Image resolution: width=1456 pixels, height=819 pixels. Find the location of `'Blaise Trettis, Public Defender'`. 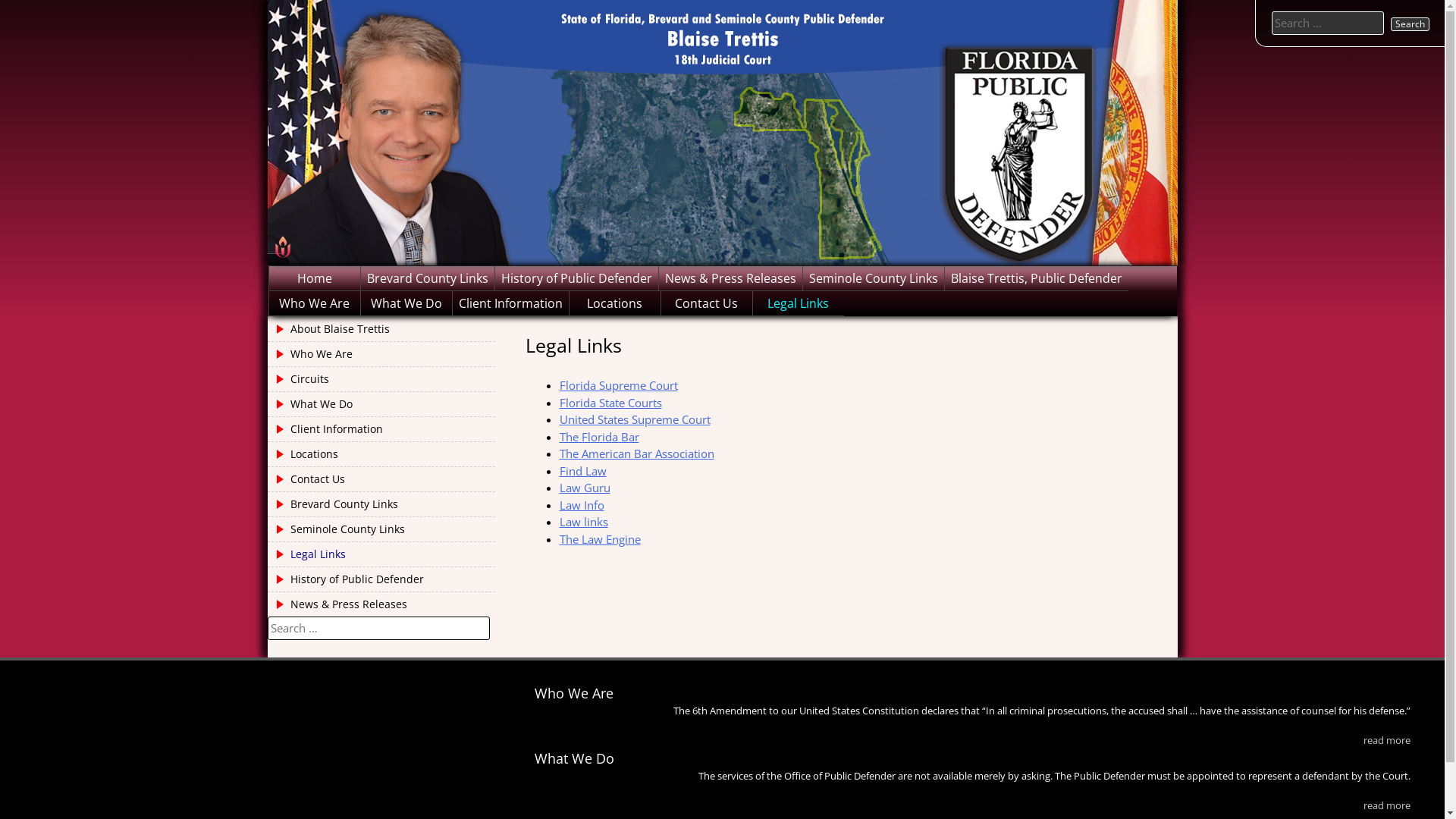

'Blaise Trettis, Public Defender' is located at coordinates (1036, 278).